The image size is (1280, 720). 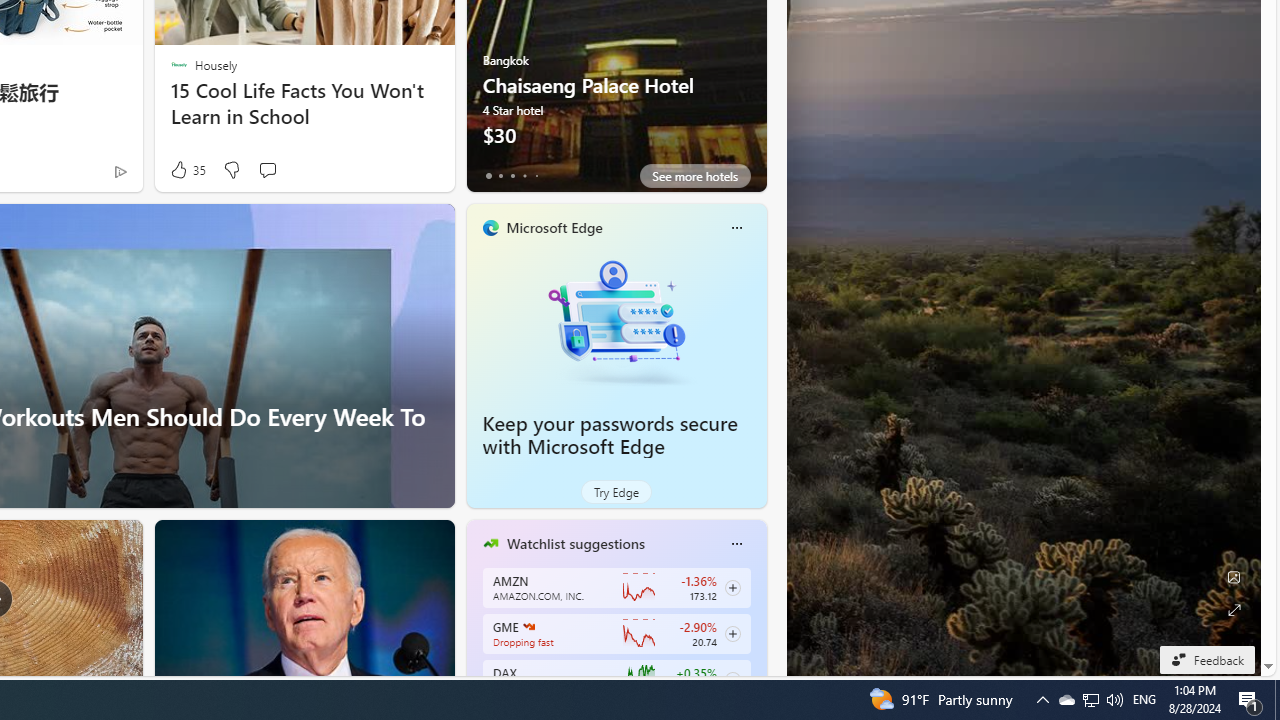 I want to click on 'tab-3', so click(x=524, y=175).